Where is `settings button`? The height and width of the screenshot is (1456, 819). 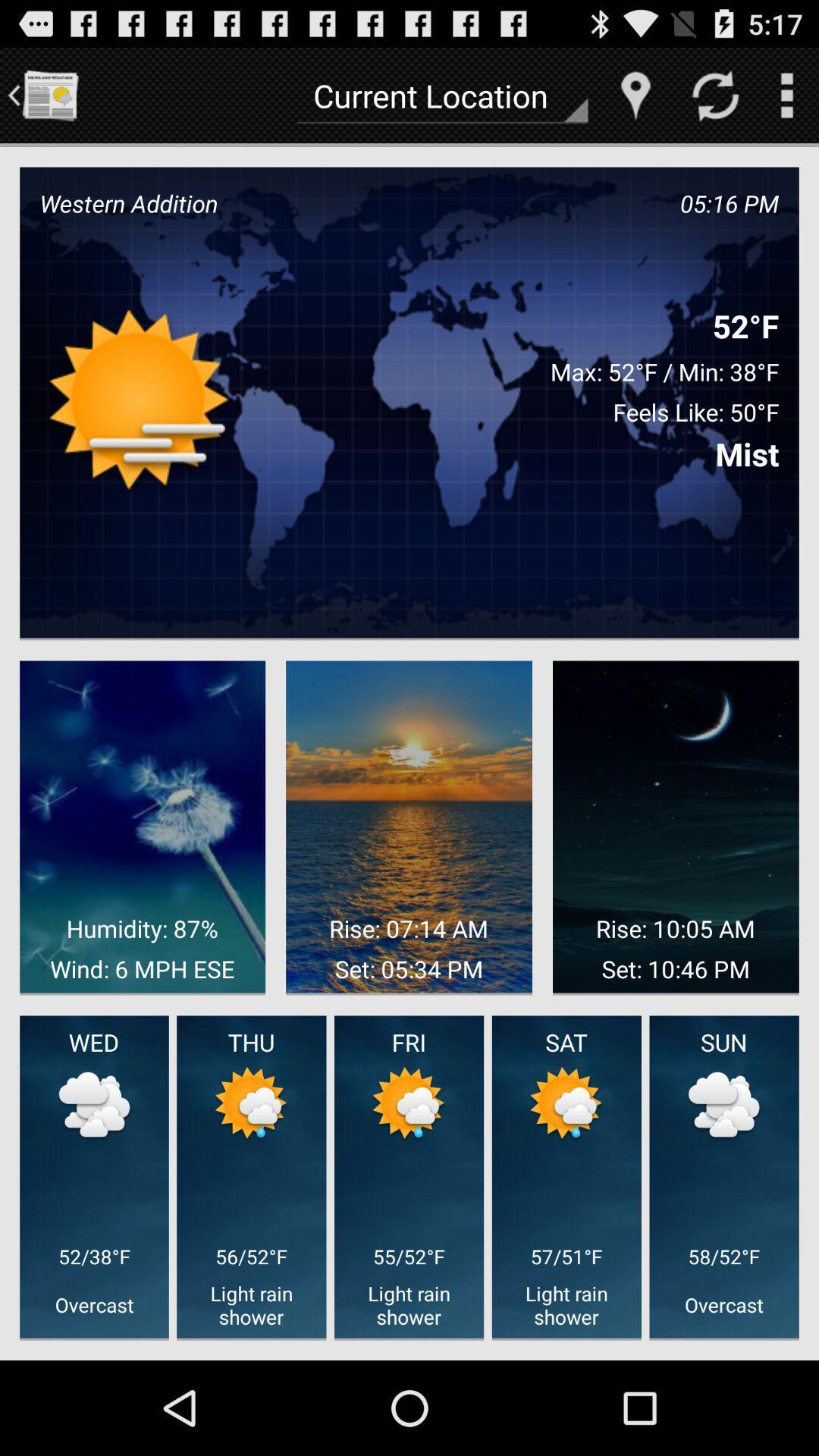 settings button is located at coordinates (786, 94).